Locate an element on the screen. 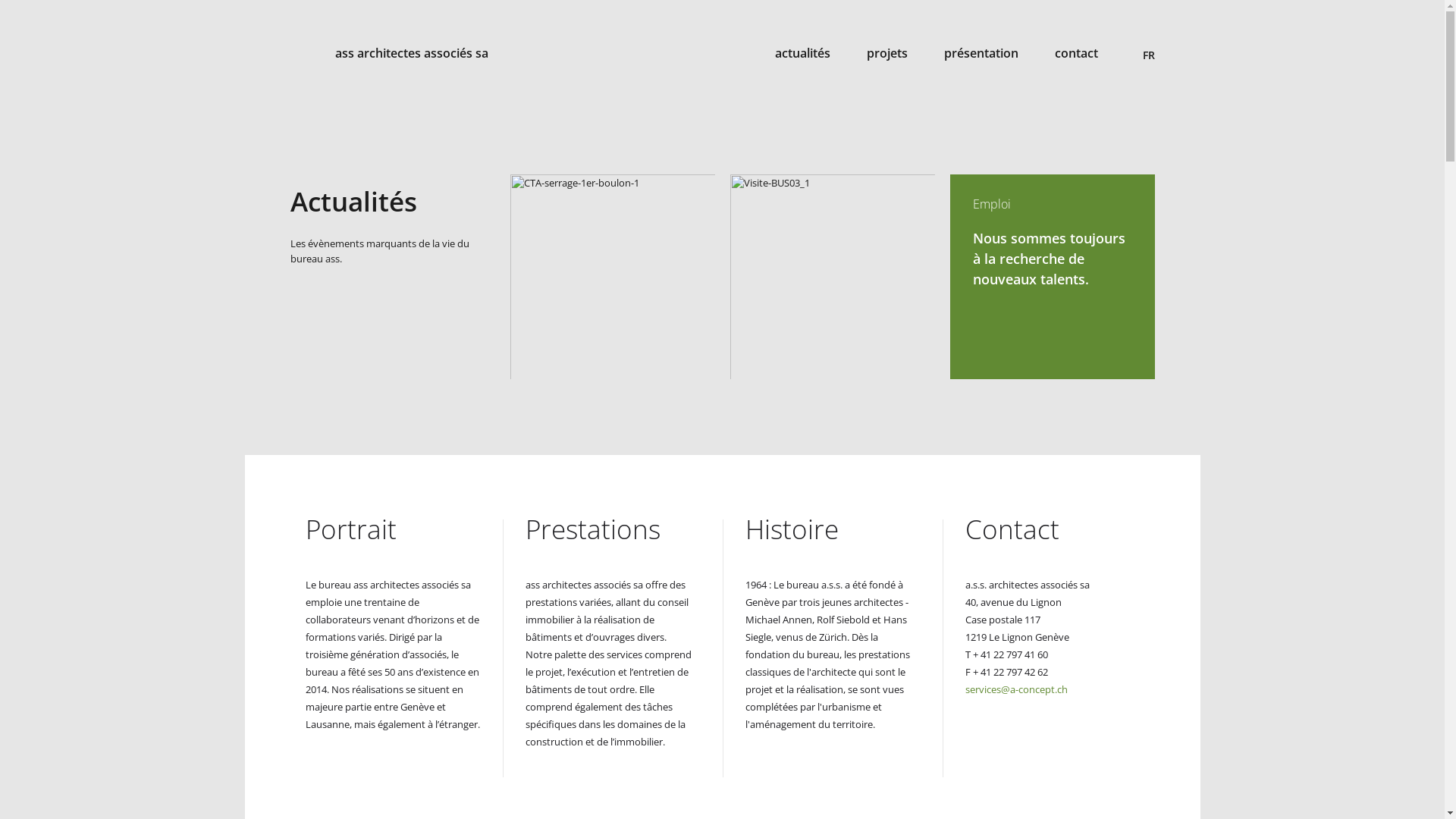 The height and width of the screenshot is (819, 1456). 'Search' is located at coordinates (1147, 28).